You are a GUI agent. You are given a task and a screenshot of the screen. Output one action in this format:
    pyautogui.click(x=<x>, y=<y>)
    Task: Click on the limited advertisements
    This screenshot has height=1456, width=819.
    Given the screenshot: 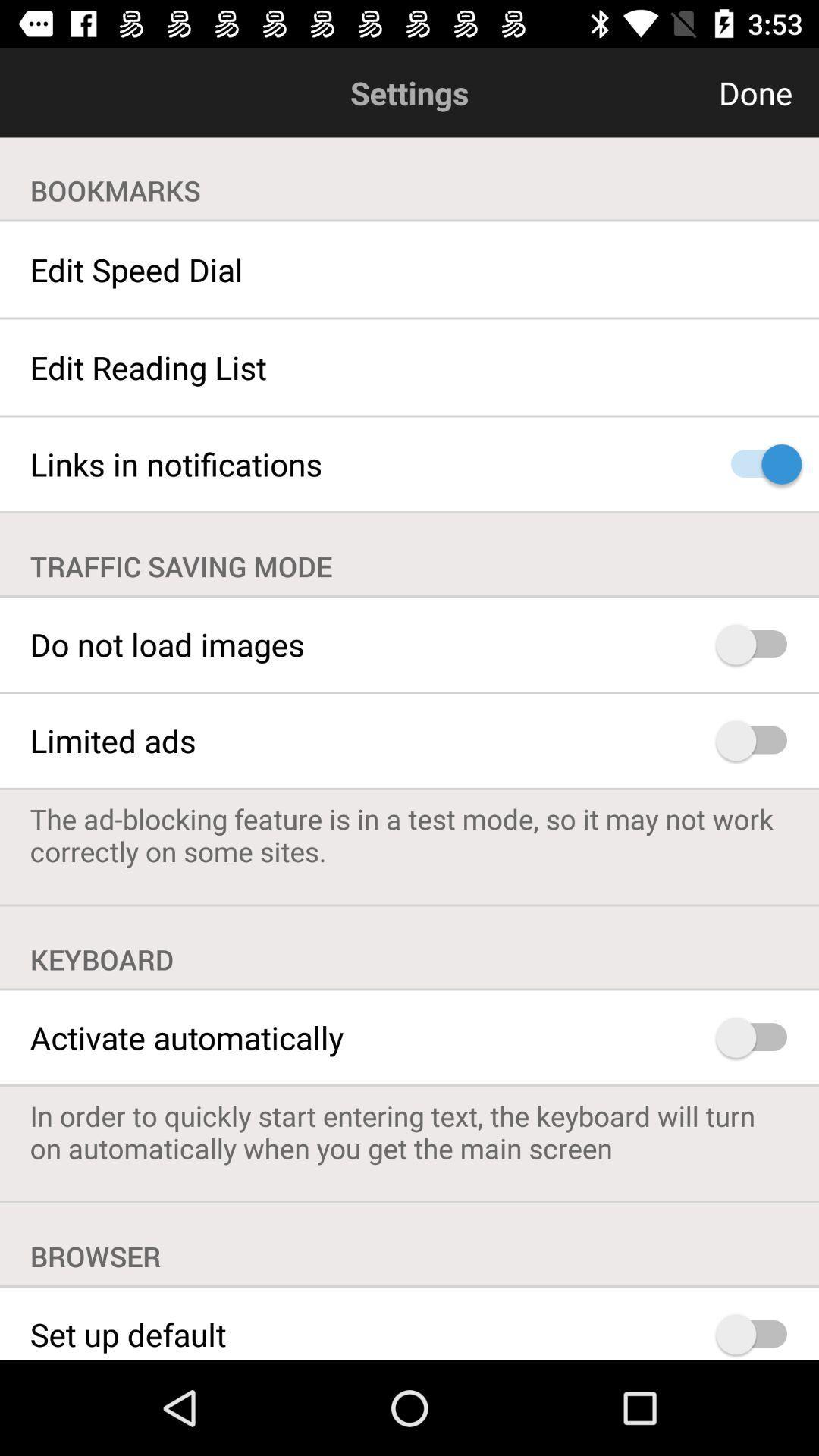 What is the action you would take?
    pyautogui.click(x=758, y=740)
    